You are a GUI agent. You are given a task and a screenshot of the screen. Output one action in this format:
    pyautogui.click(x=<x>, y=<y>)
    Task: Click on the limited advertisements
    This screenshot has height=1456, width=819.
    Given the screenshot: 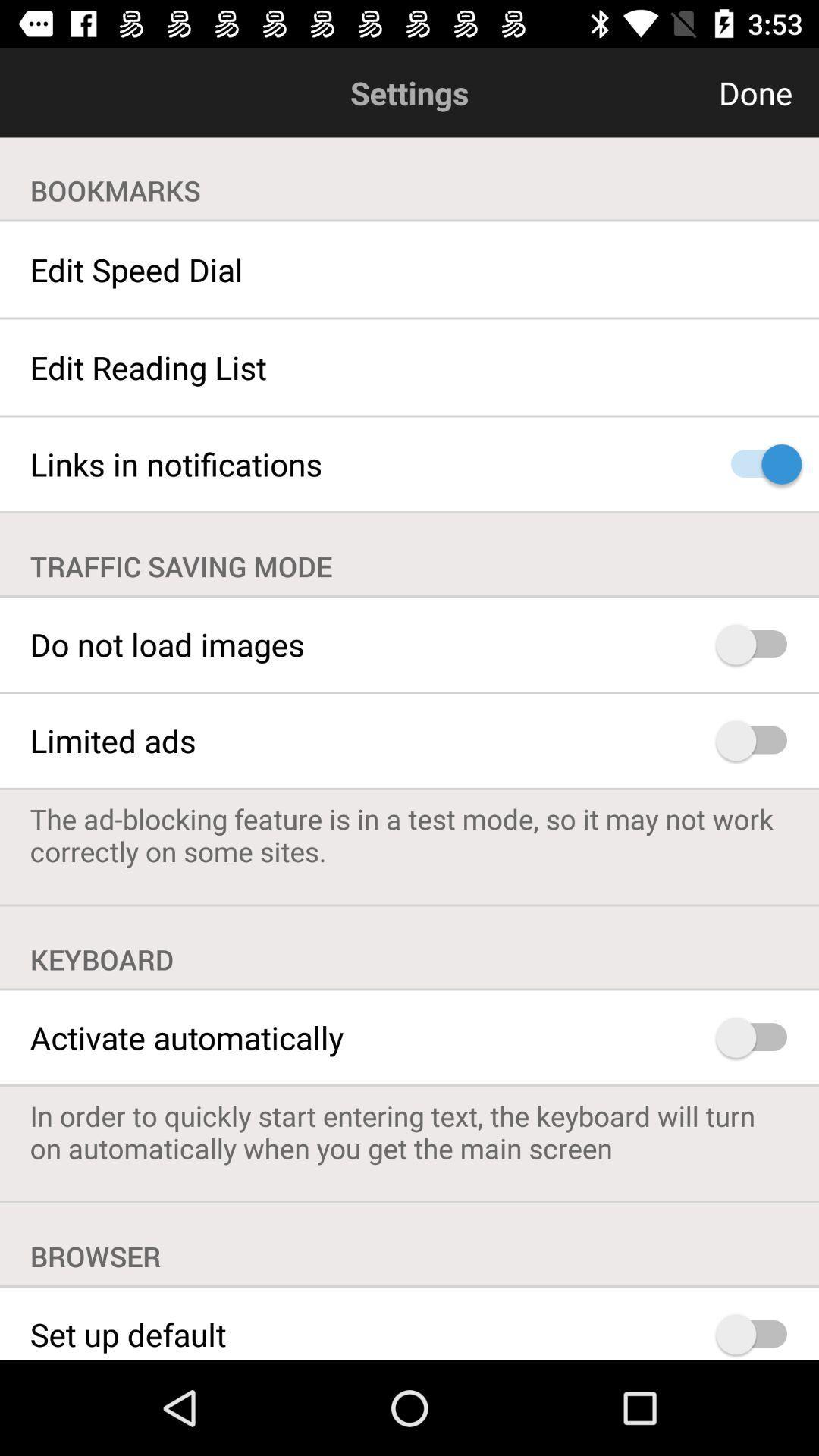 What is the action you would take?
    pyautogui.click(x=758, y=740)
    